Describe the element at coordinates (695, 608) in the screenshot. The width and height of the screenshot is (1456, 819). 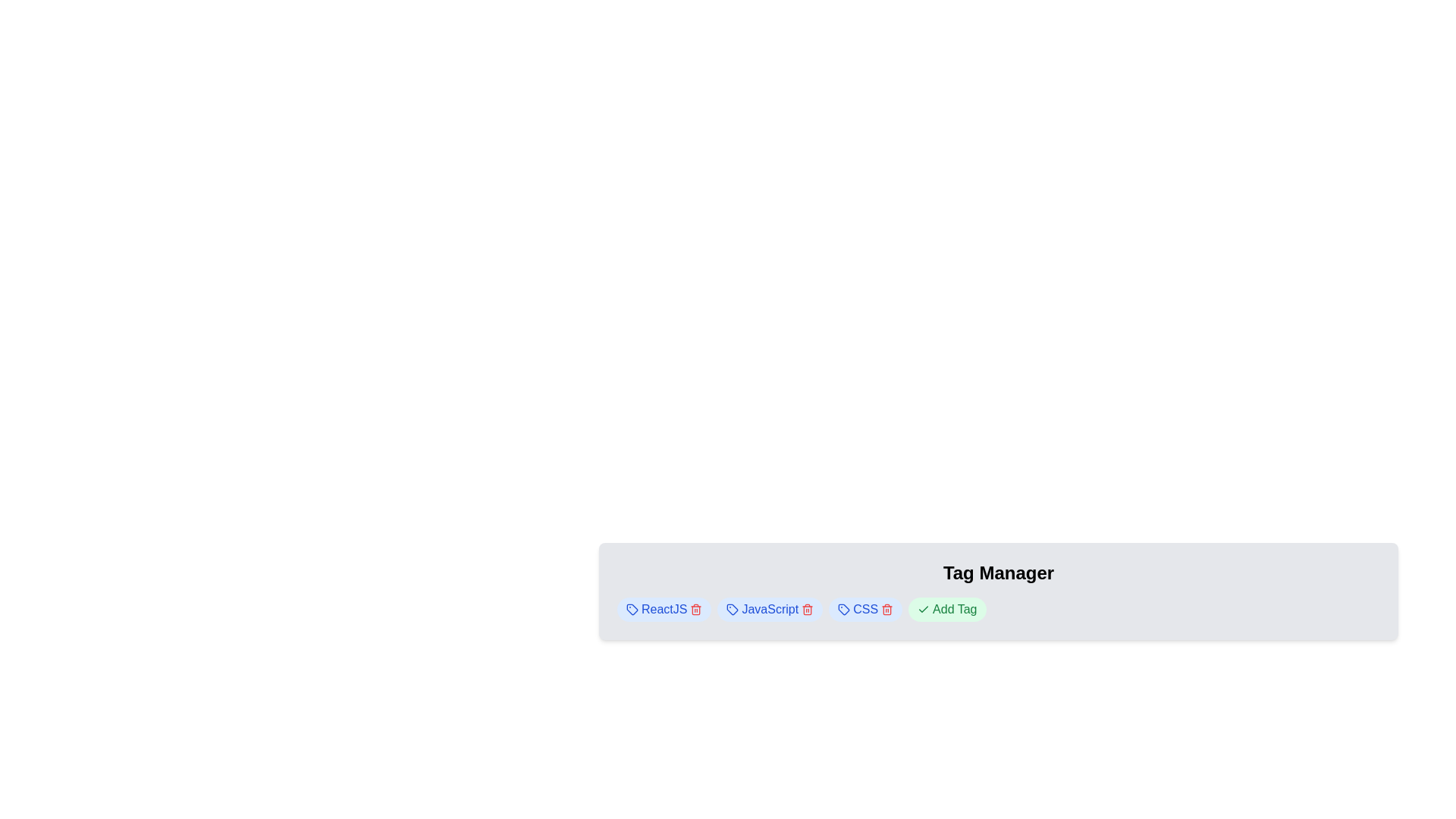
I see `the small red trash icon button` at that location.